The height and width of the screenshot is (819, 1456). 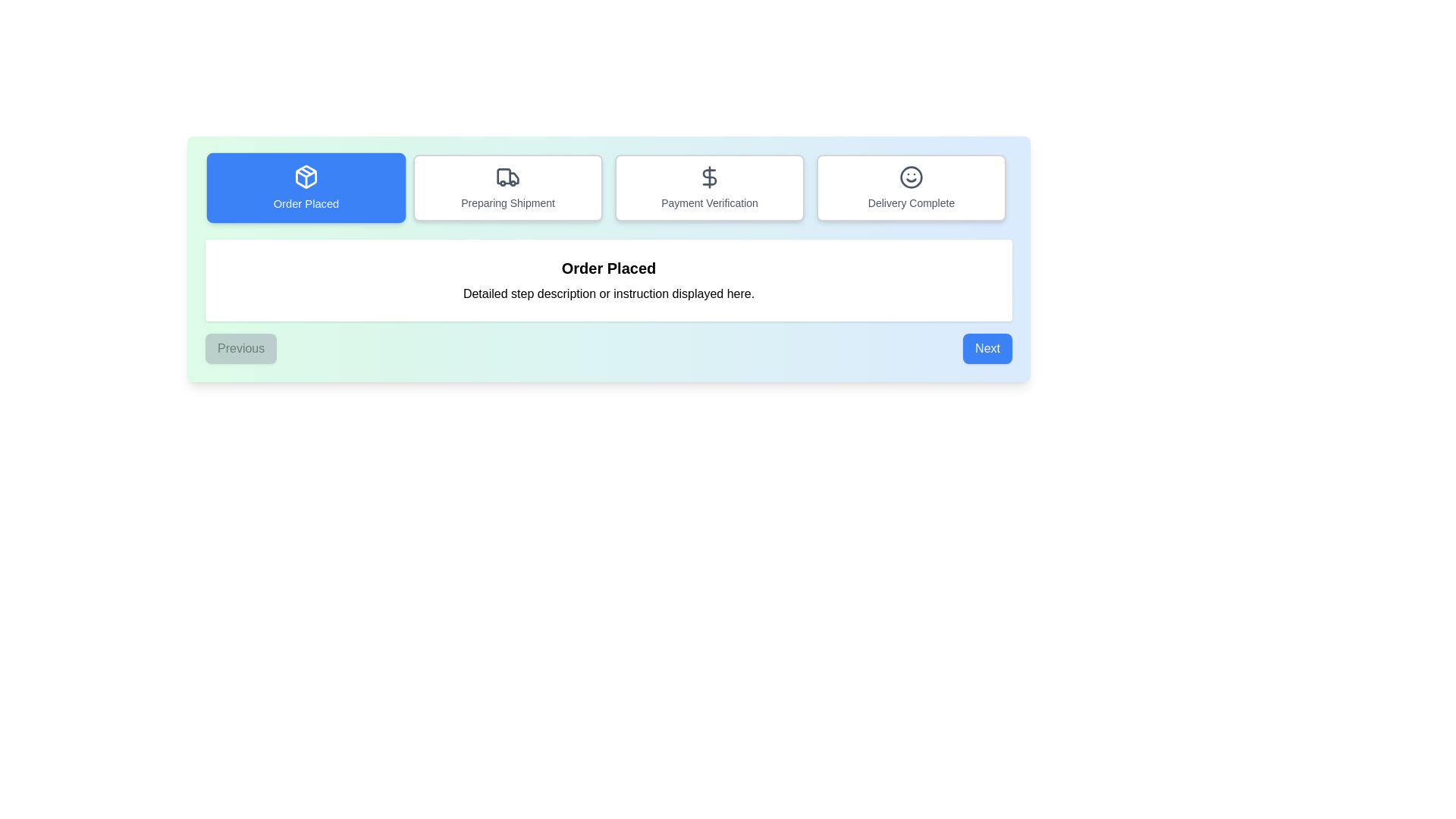 What do you see at coordinates (709, 187) in the screenshot?
I see `the step indicator corresponding to Payment Verification to highlight it` at bounding box center [709, 187].